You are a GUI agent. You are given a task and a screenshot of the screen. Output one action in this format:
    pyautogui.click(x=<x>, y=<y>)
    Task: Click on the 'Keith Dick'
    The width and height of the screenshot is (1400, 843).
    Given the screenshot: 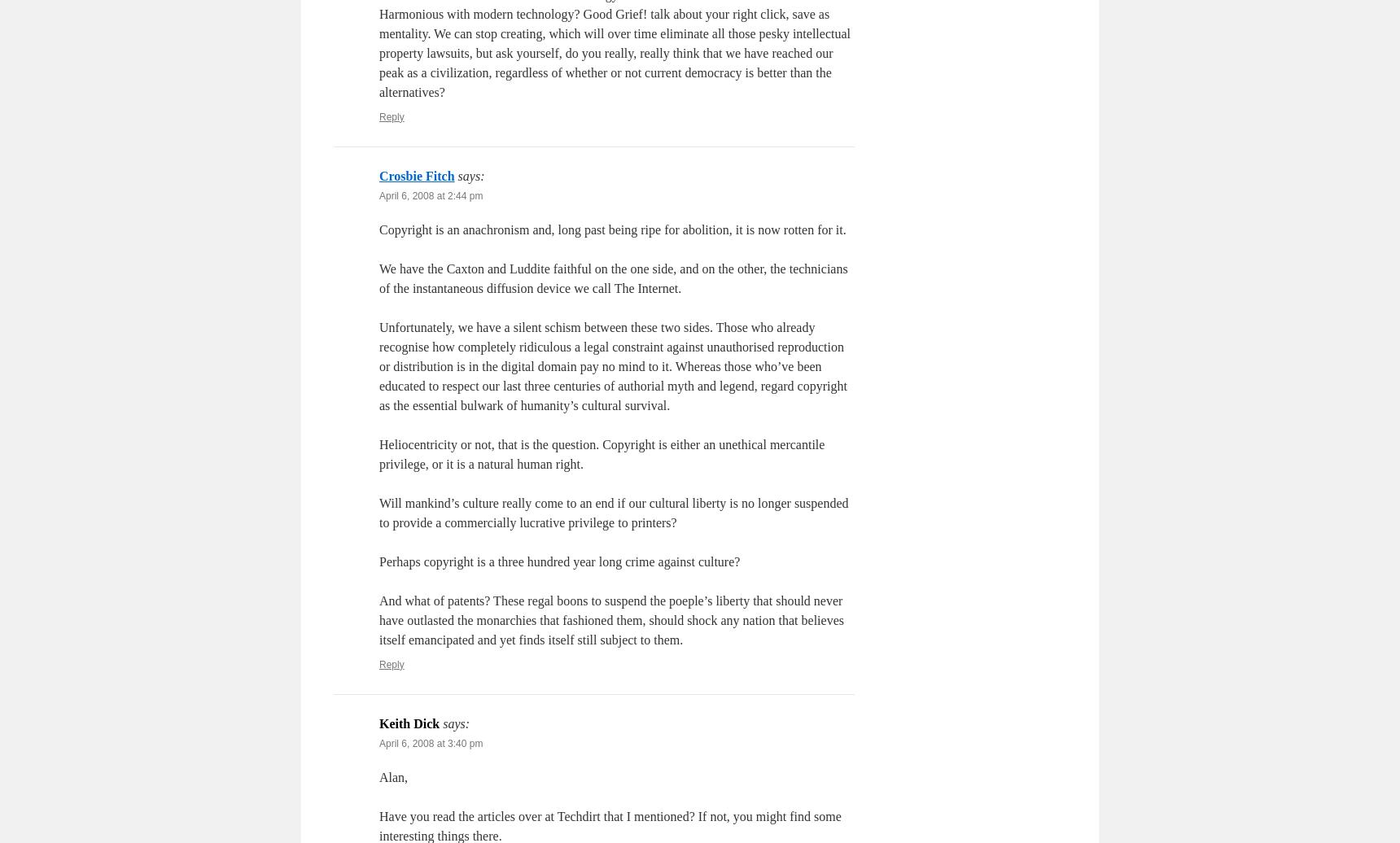 What is the action you would take?
    pyautogui.click(x=408, y=723)
    